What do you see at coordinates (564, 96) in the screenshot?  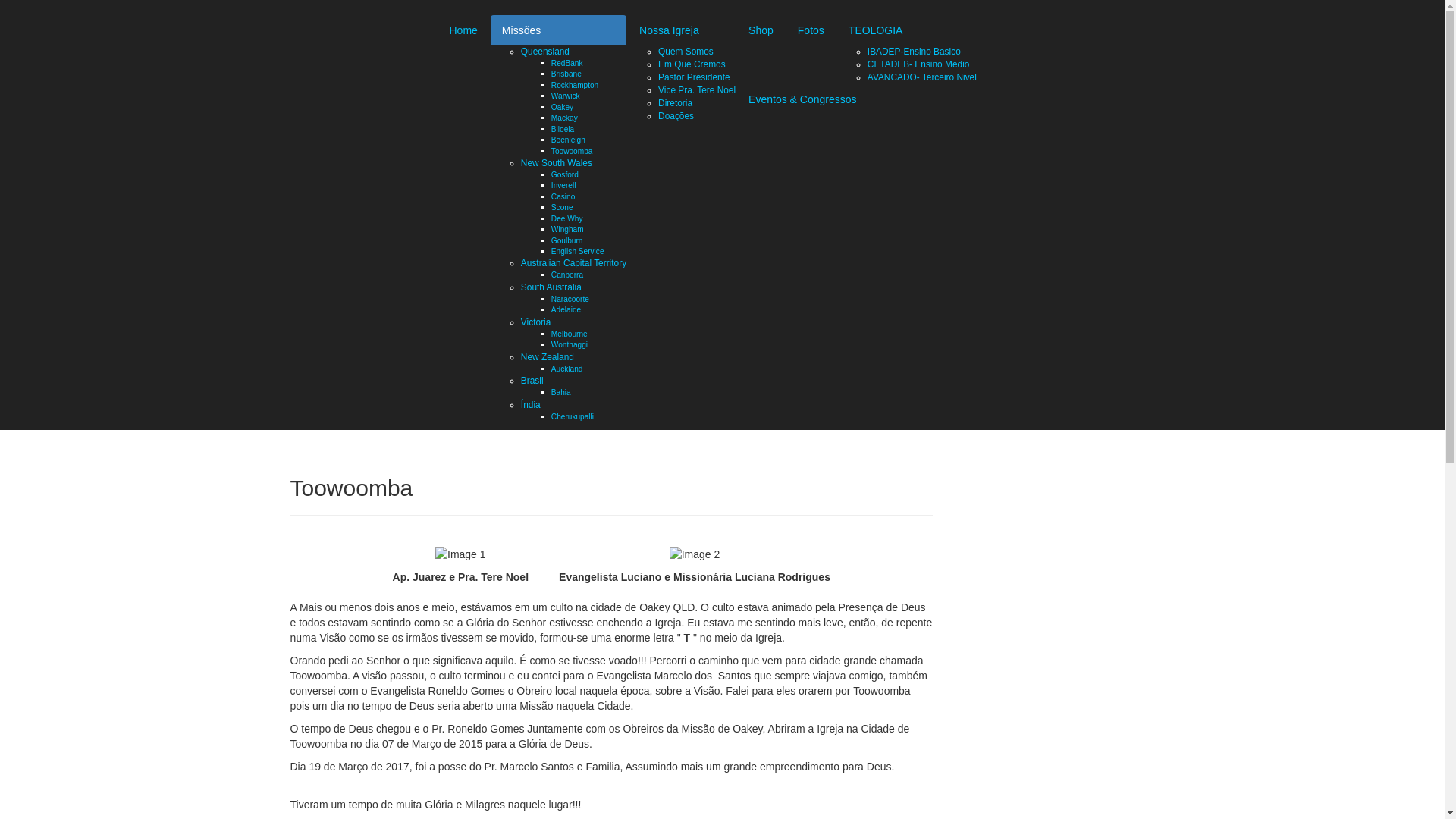 I see `'Warwick'` at bounding box center [564, 96].